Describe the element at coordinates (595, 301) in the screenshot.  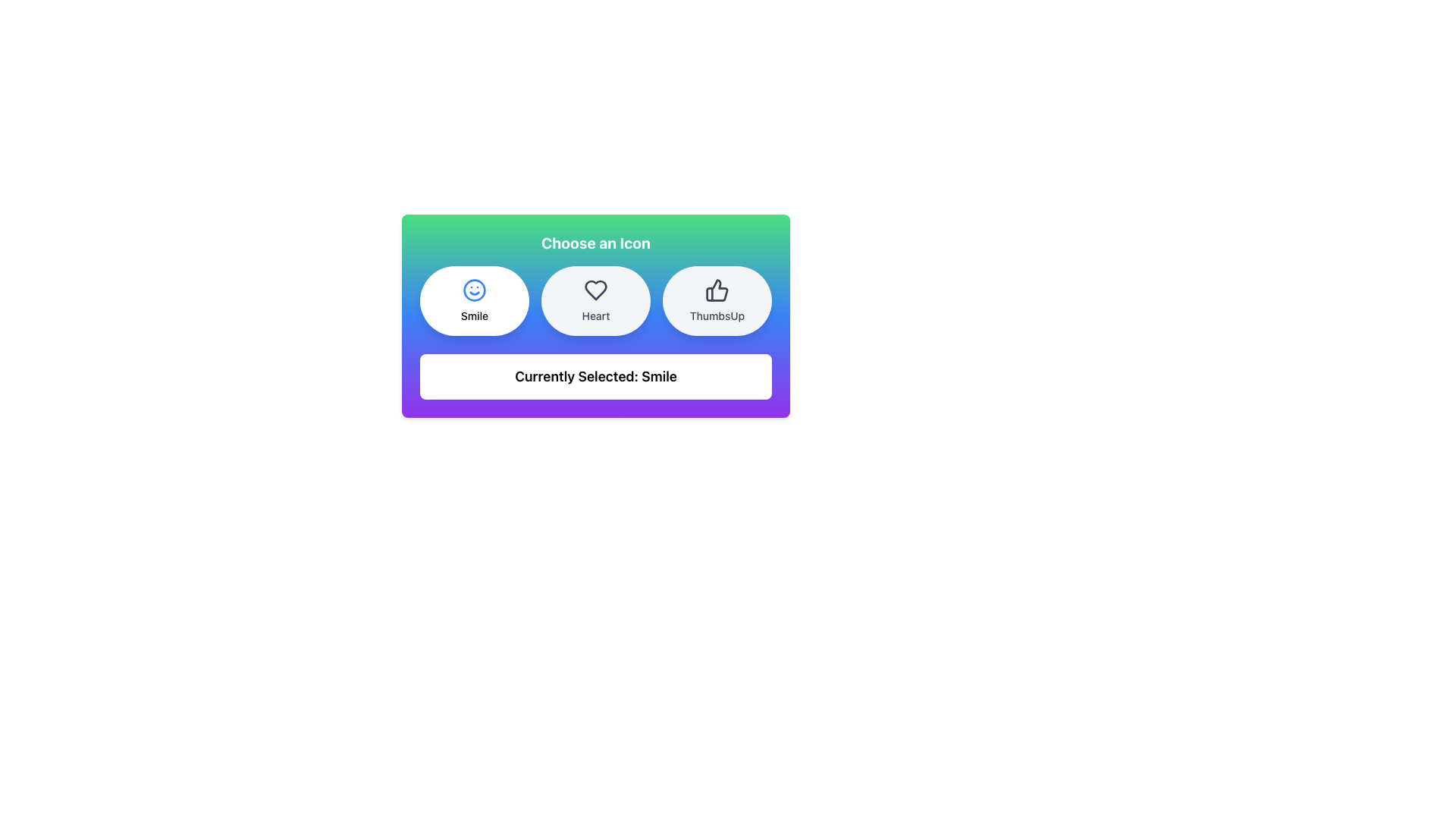
I see `the 'Heart' icon button located in the middle of a row of three circular buttons in a grid layout` at that location.